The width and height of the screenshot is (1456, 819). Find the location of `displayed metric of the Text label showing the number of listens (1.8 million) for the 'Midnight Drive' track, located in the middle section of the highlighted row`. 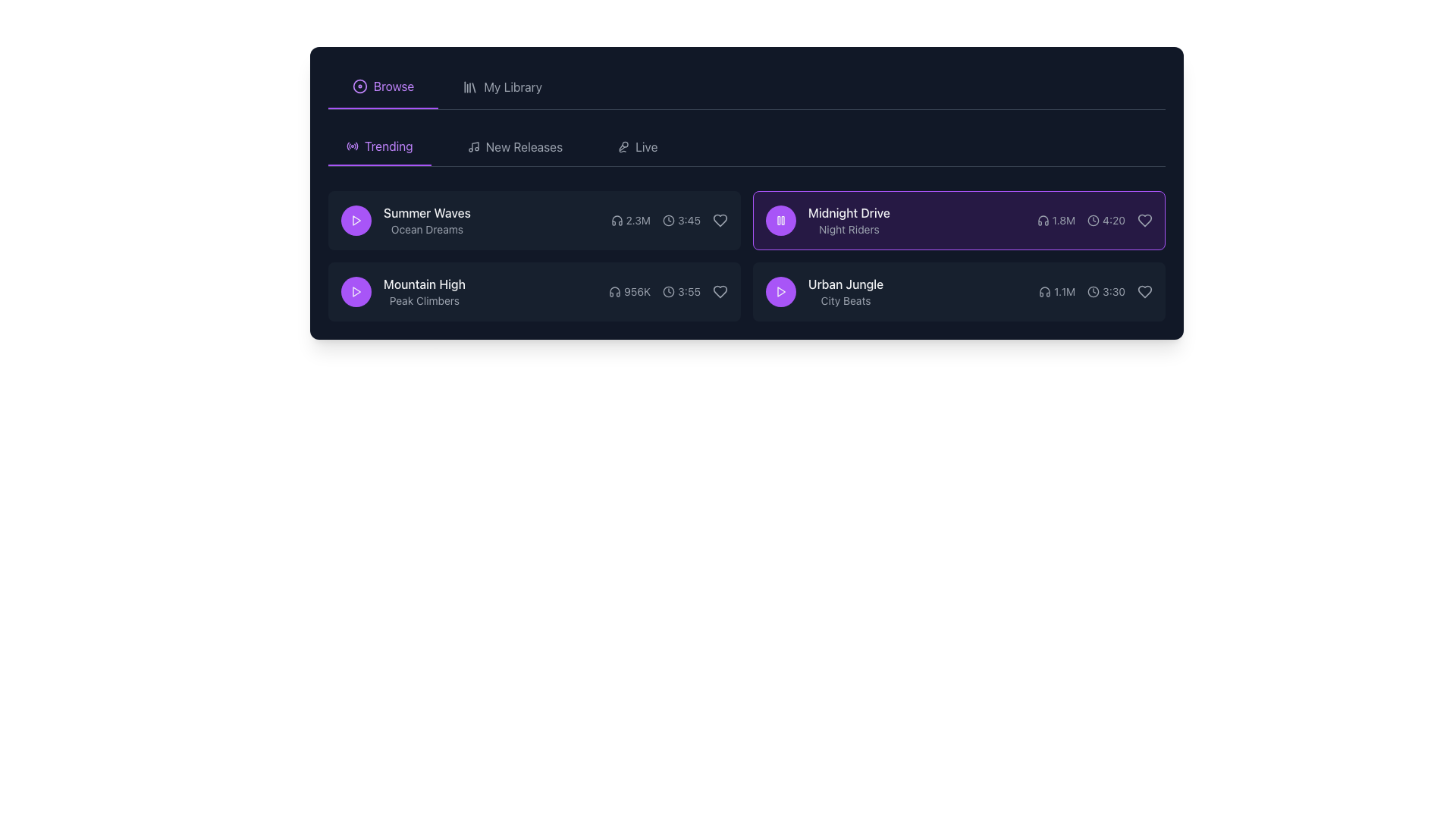

displayed metric of the Text label showing the number of listens (1.8 million) for the 'Midnight Drive' track, located in the middle section of the highlighted row is located at coordinates (1055, 220).